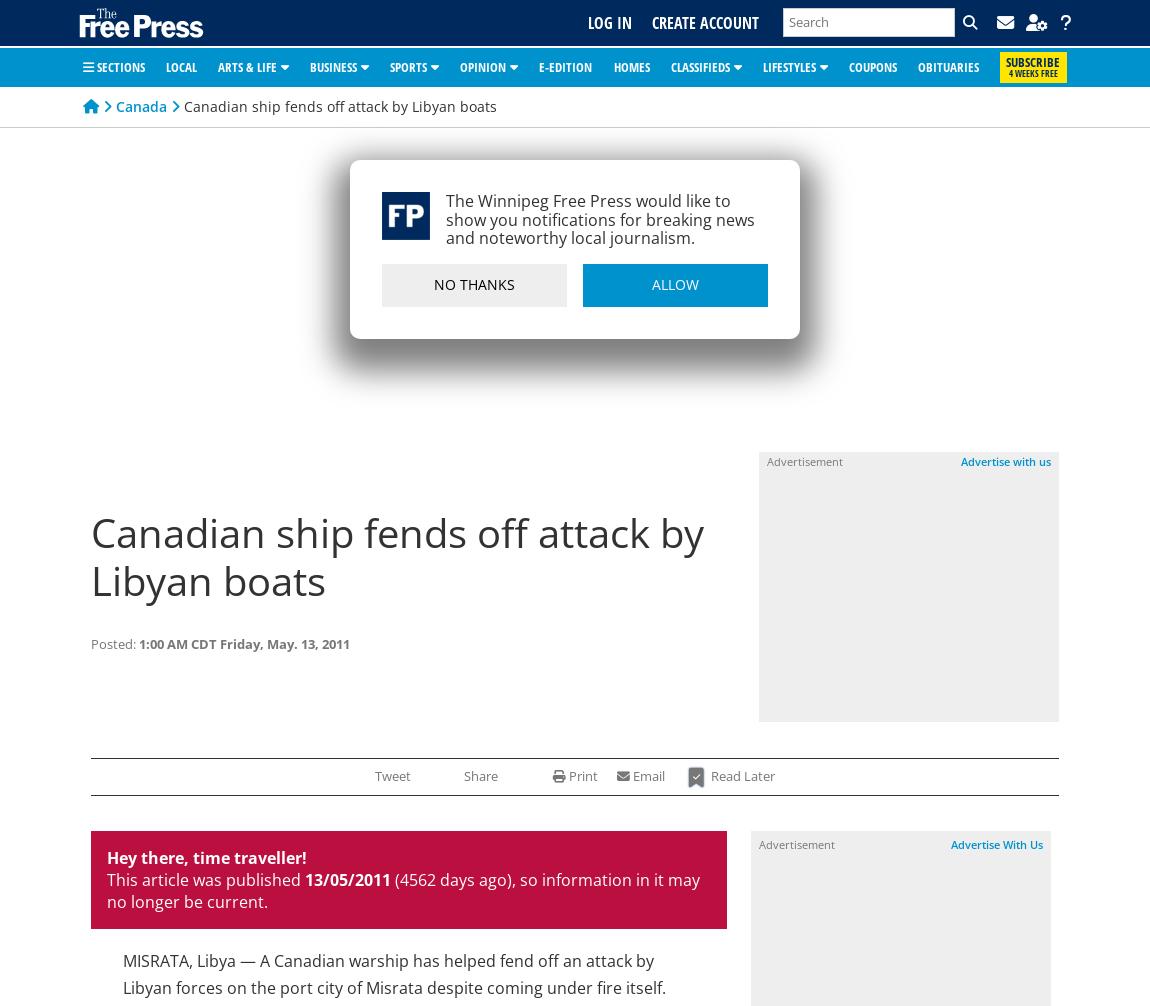 This screenshot has height=1006, width=1150. What do you see at coordinates (408, 65) in the screenshot?
I see `'Sports'` at bounding box center [408, 65].